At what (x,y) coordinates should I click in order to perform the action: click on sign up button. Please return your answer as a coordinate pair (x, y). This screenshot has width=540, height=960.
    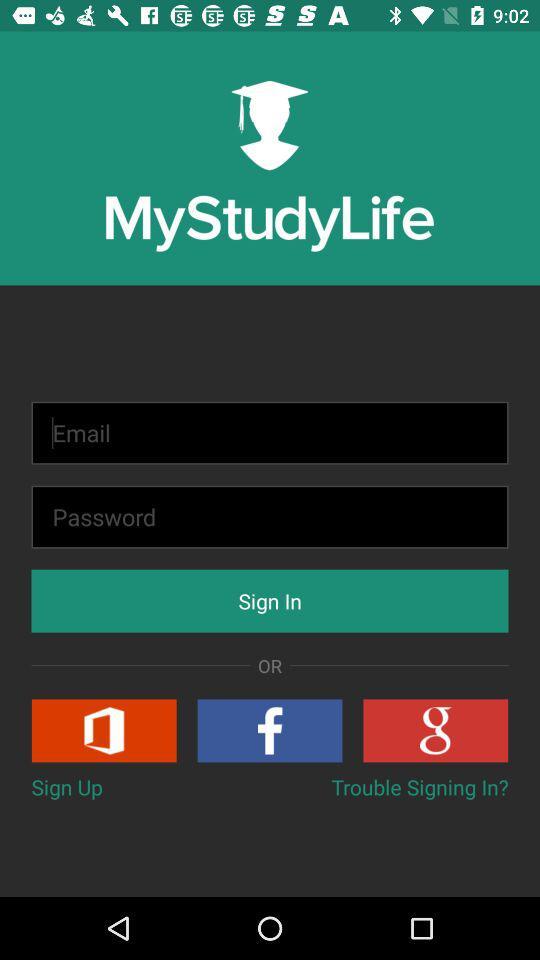
    Looking at the image, I should click on (104, 729).